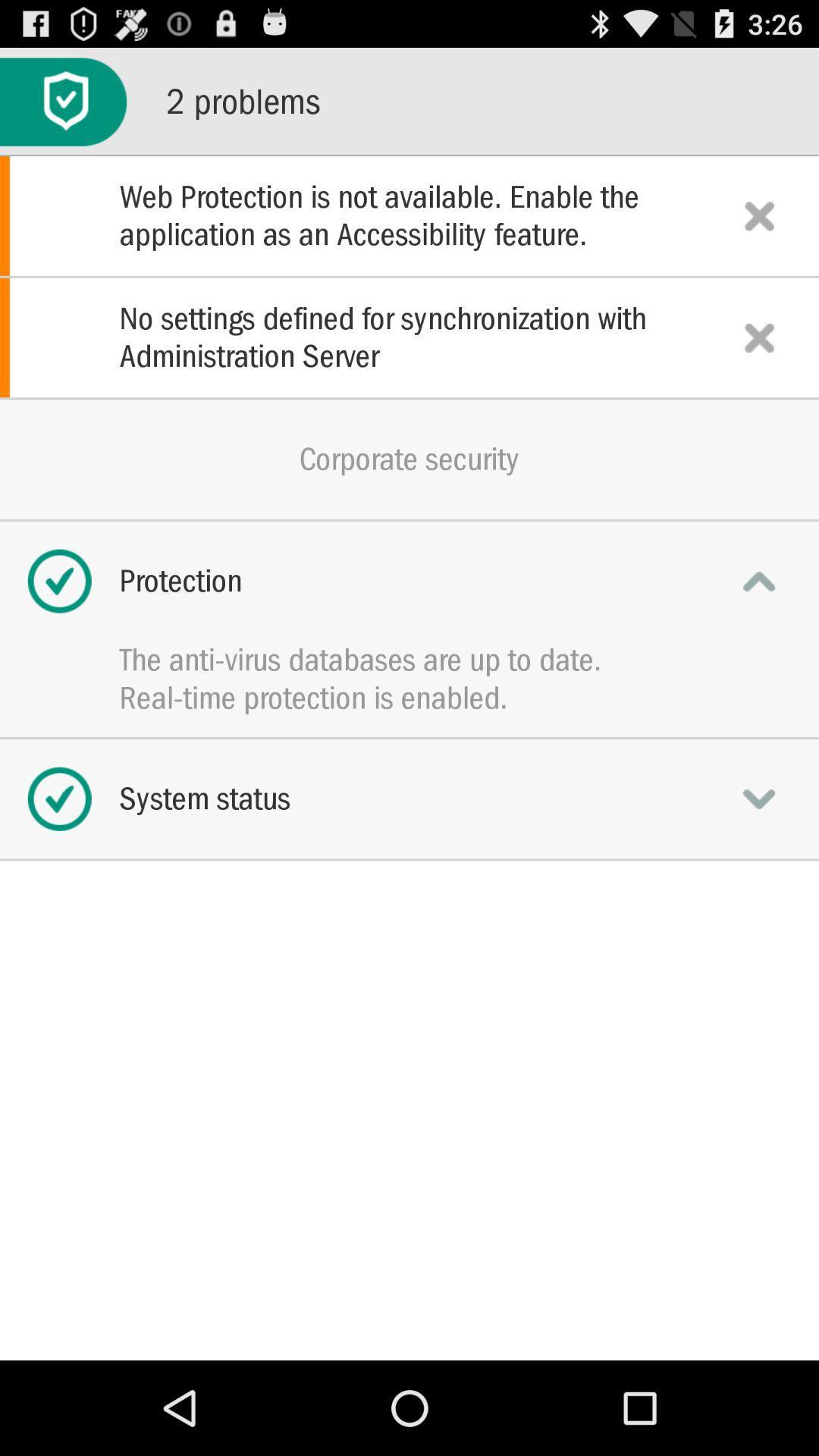  What do you see at coordinates (759, 337) in the screenshot?
I see `no settings problem notification` at bounding box center [759, 337].